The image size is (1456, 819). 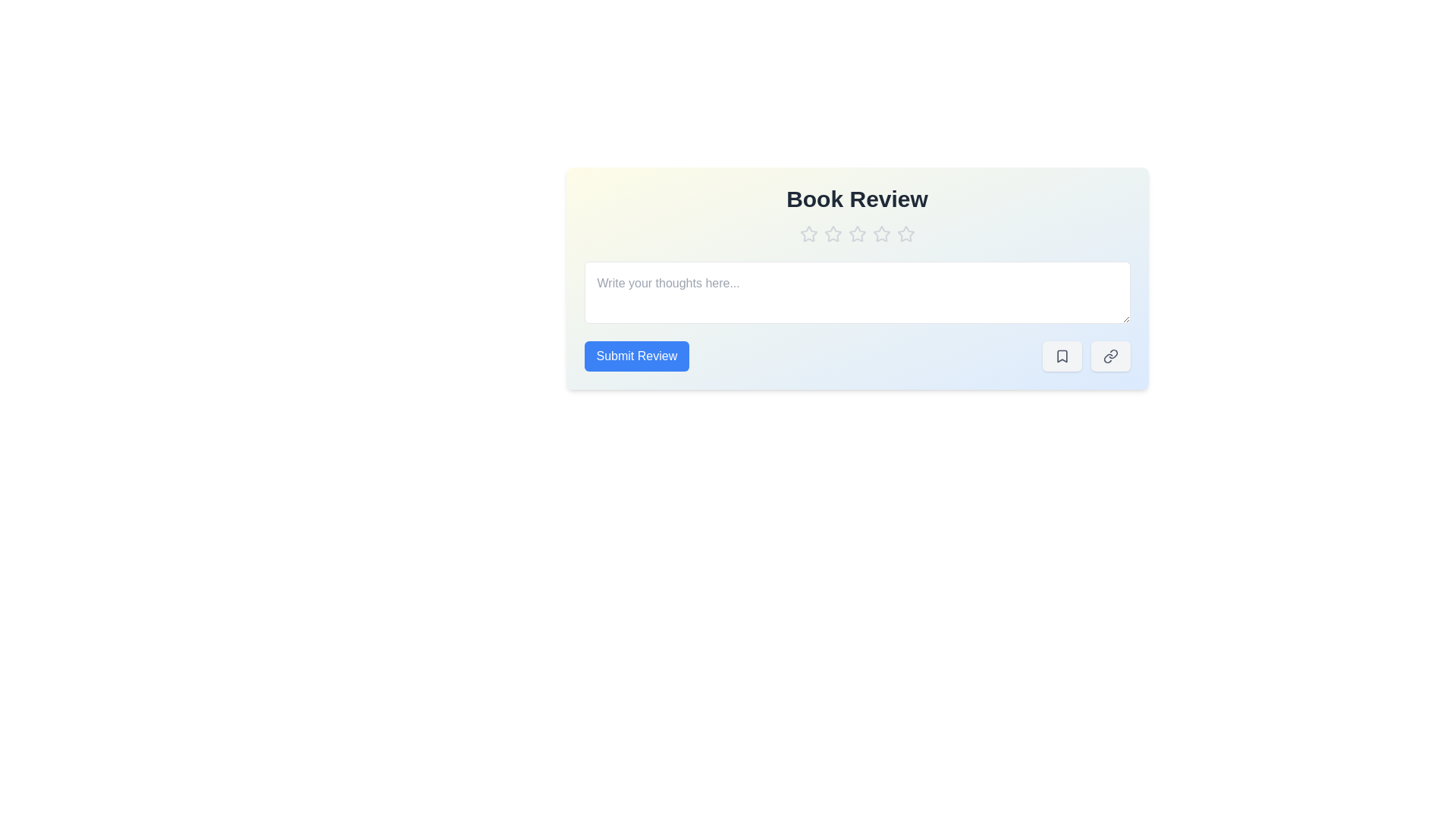 I want to click on the 'Submit Review' button to submit the review, so click(x=636, y=356).